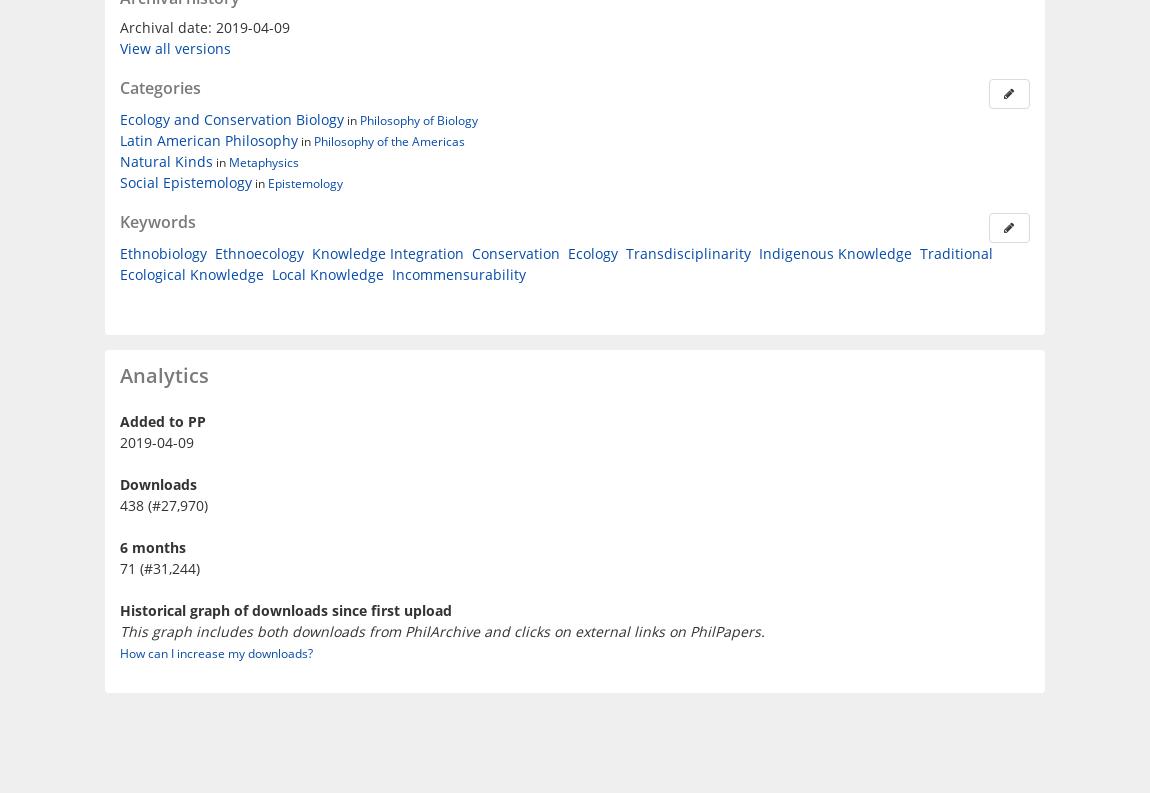 This screenshot has height=793, width=1150. I want to click on 'Archival date: 2019-04-09', so click(204, 25).